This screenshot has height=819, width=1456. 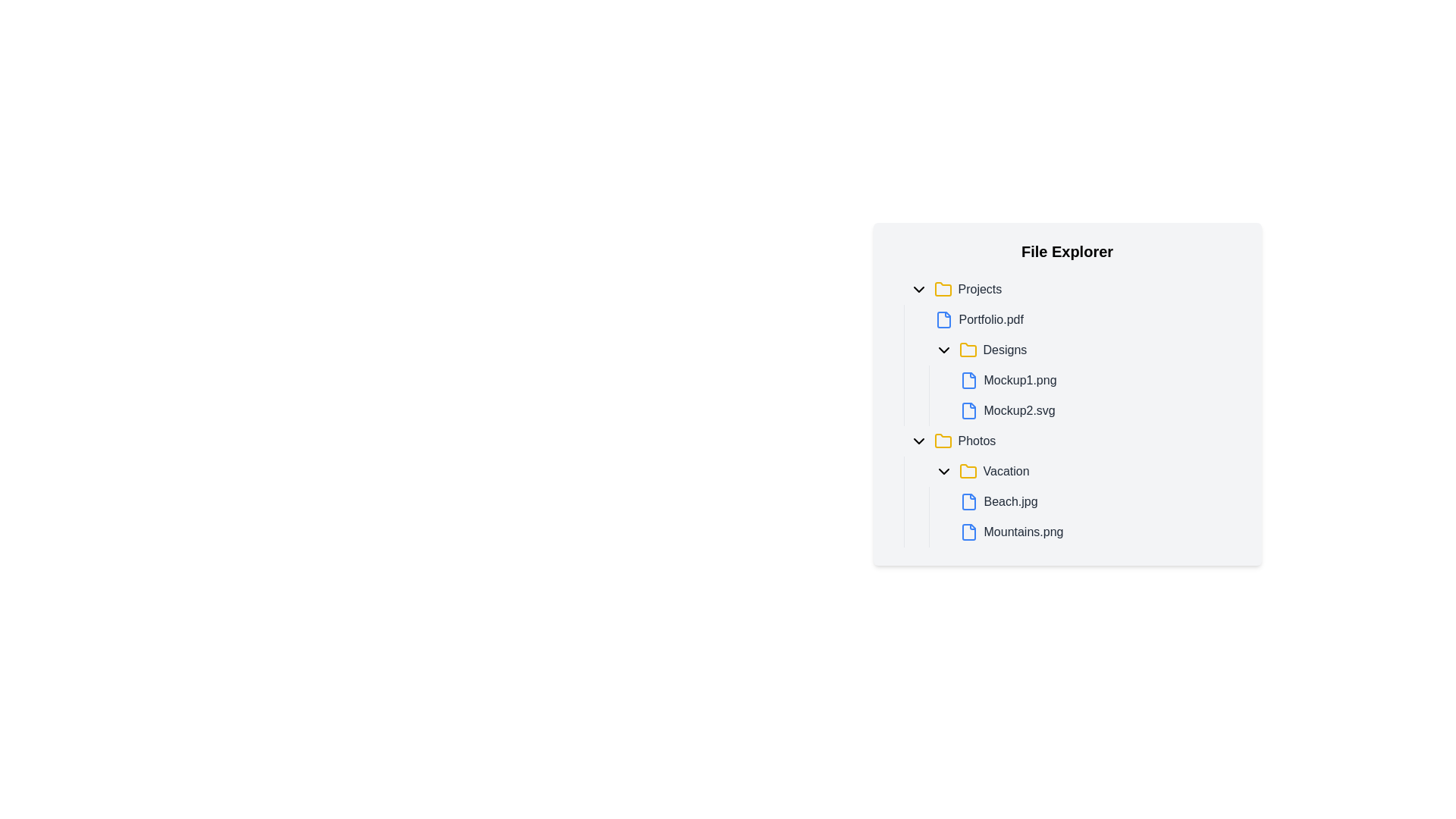 I want to click on the hierarchical list item in the 'Projects' section of the File Explorer, located between 'Portfolio.pdf' and 'Photos', so click(x=1072, y=366).